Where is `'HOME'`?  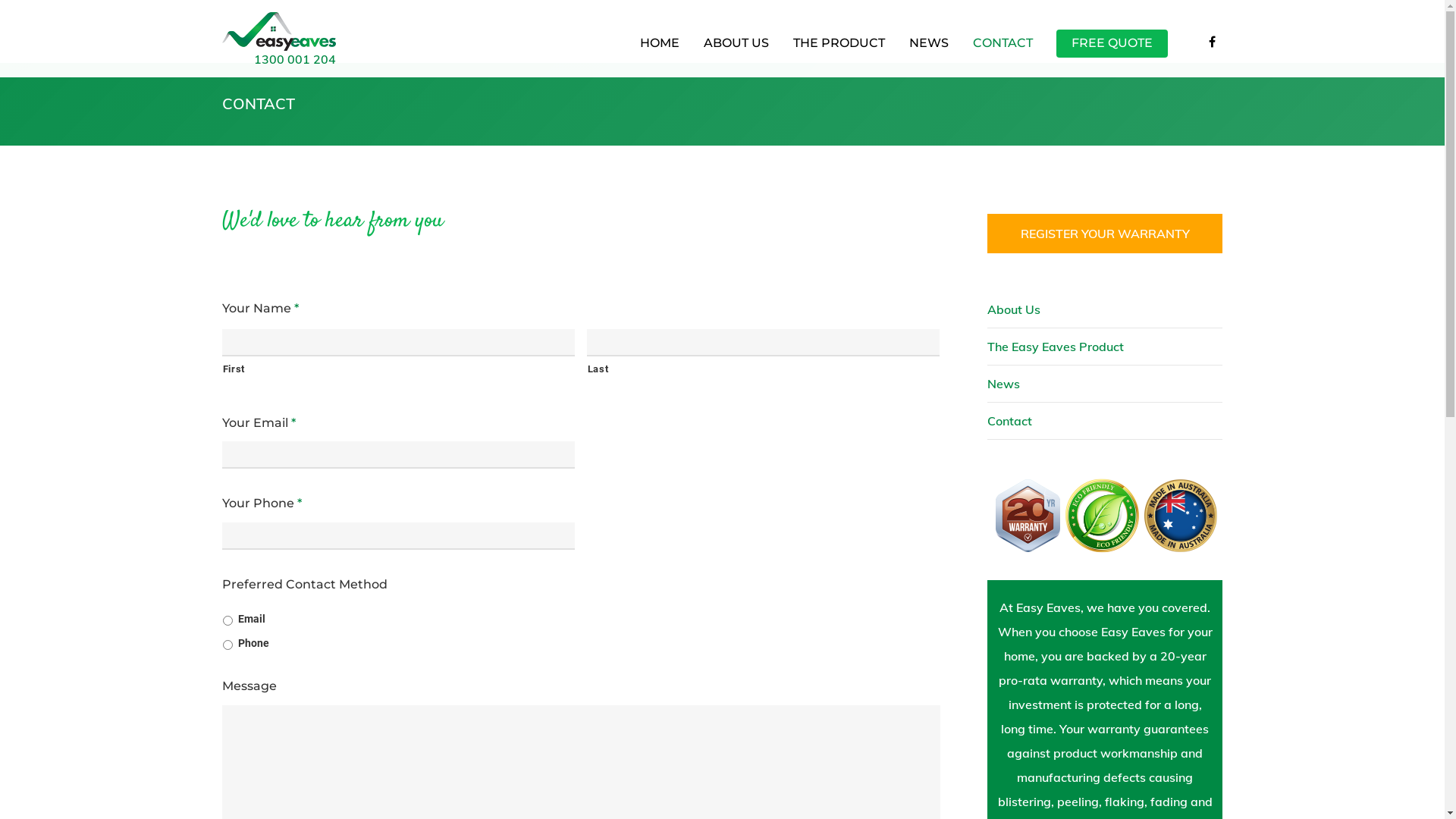 'HOME' is located at coordinates (628, 49).